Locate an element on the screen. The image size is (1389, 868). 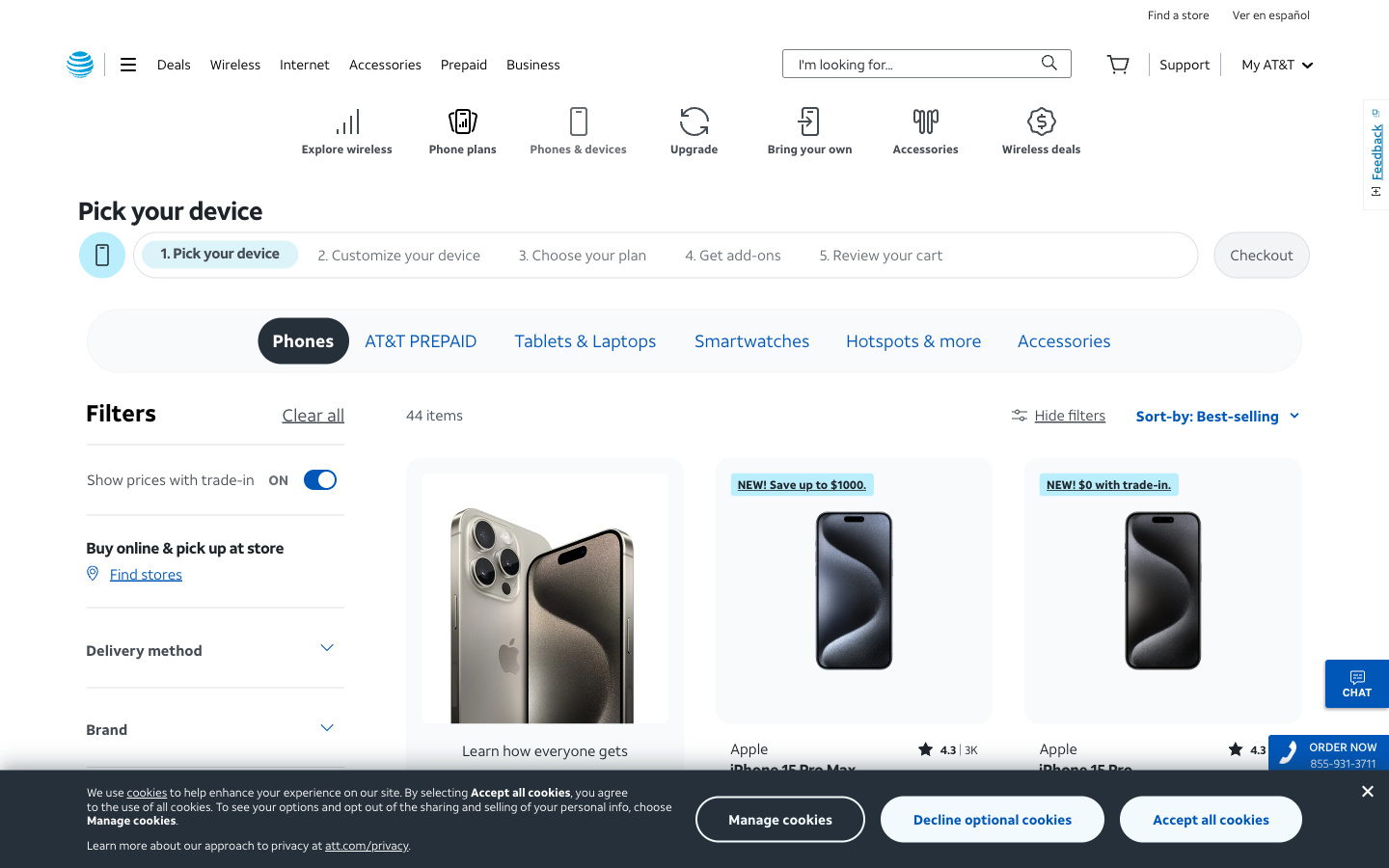
the support page is located at coordinates (1184, 63).